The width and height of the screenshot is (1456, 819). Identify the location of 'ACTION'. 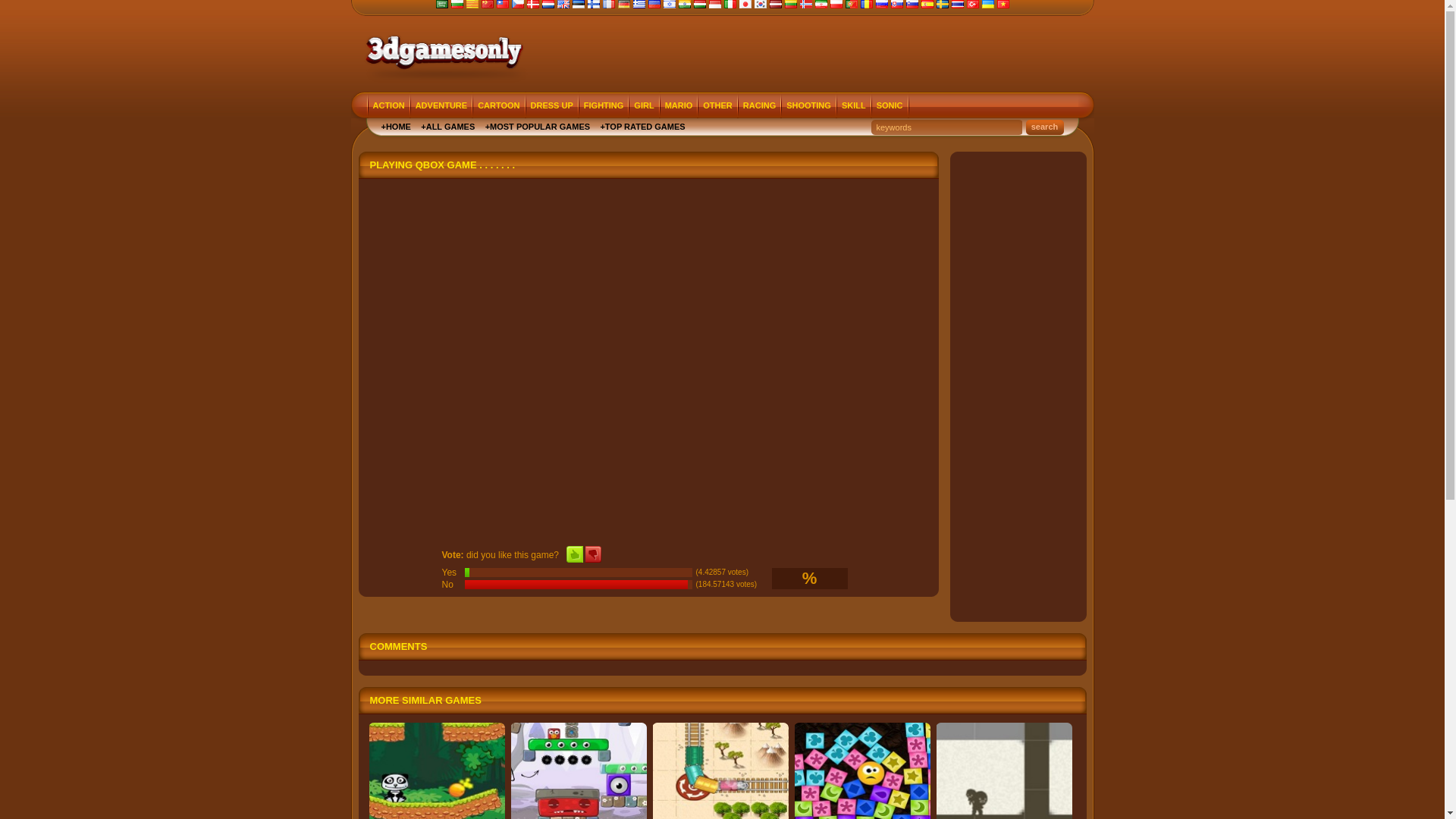
(389, 105).